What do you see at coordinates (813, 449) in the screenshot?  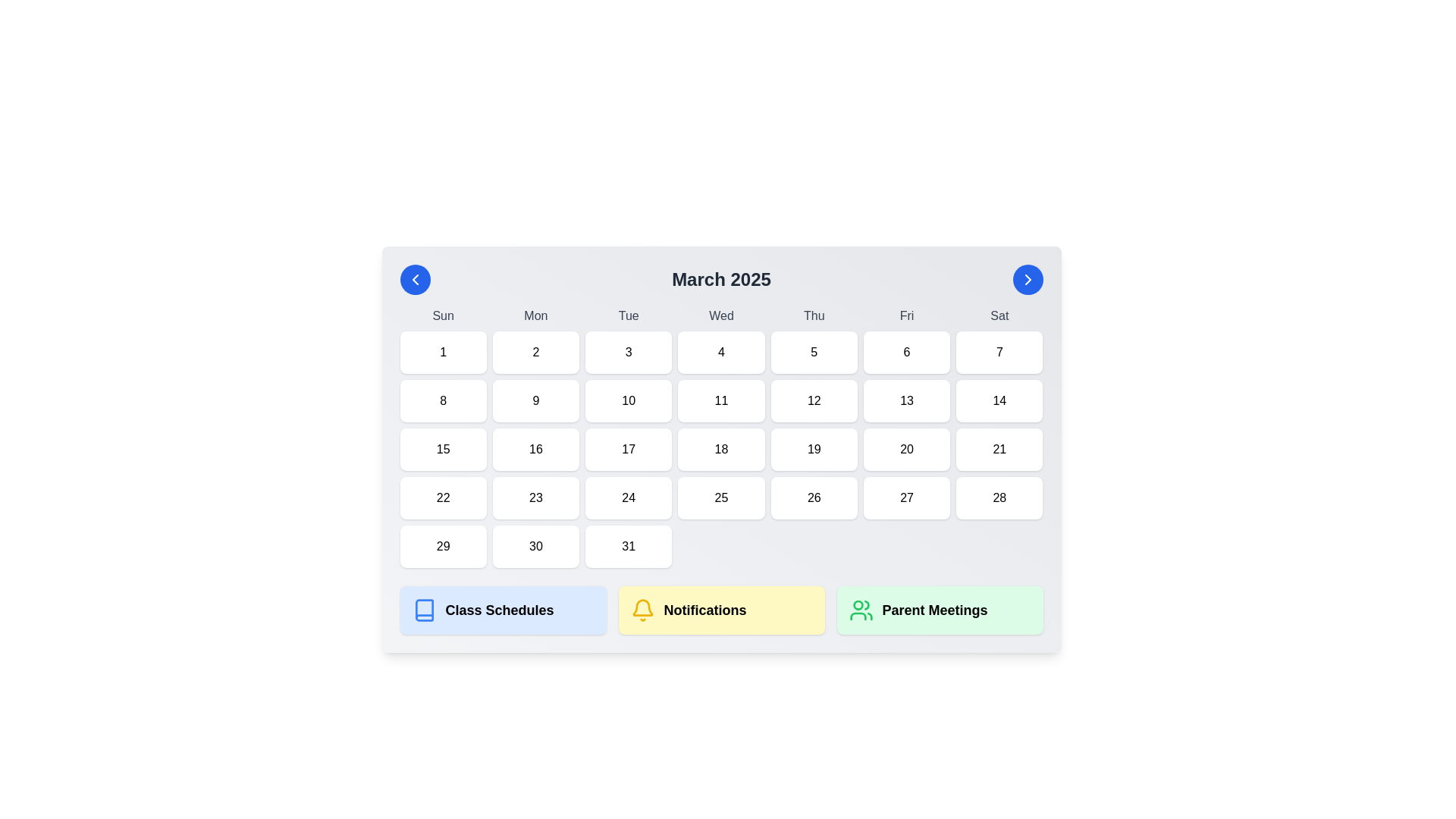 I see `the Calendar day cell located under the 'Thu' column in the fourth row of days` at bounding box center [813, 449].